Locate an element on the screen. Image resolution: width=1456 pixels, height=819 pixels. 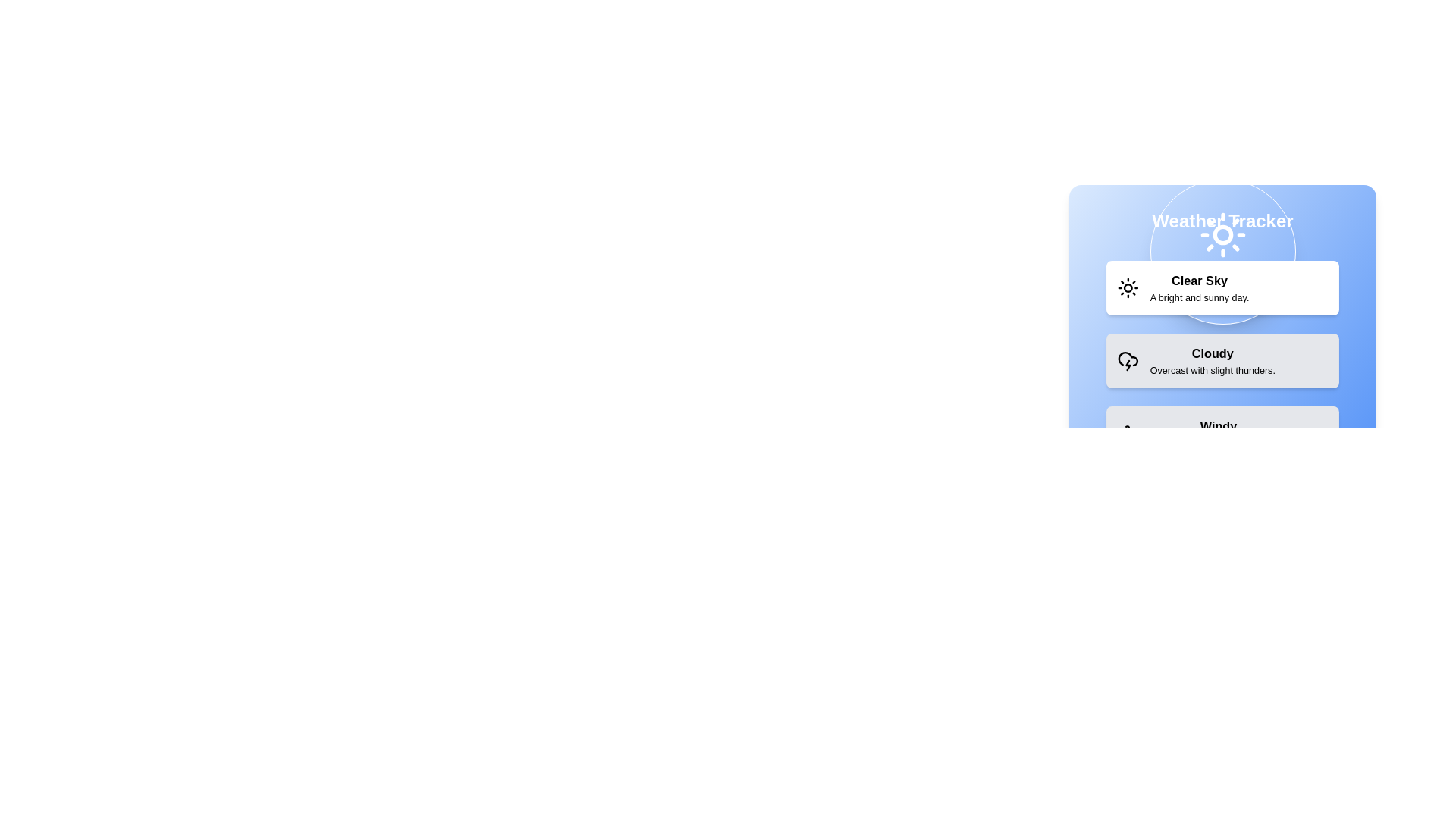
the text display element that shows 'Clear Sky' and 'A bright and sunny day', which is part of a weather conditions widget, located centrally with a sun icon to its left is located at coordinates (1199, 288).